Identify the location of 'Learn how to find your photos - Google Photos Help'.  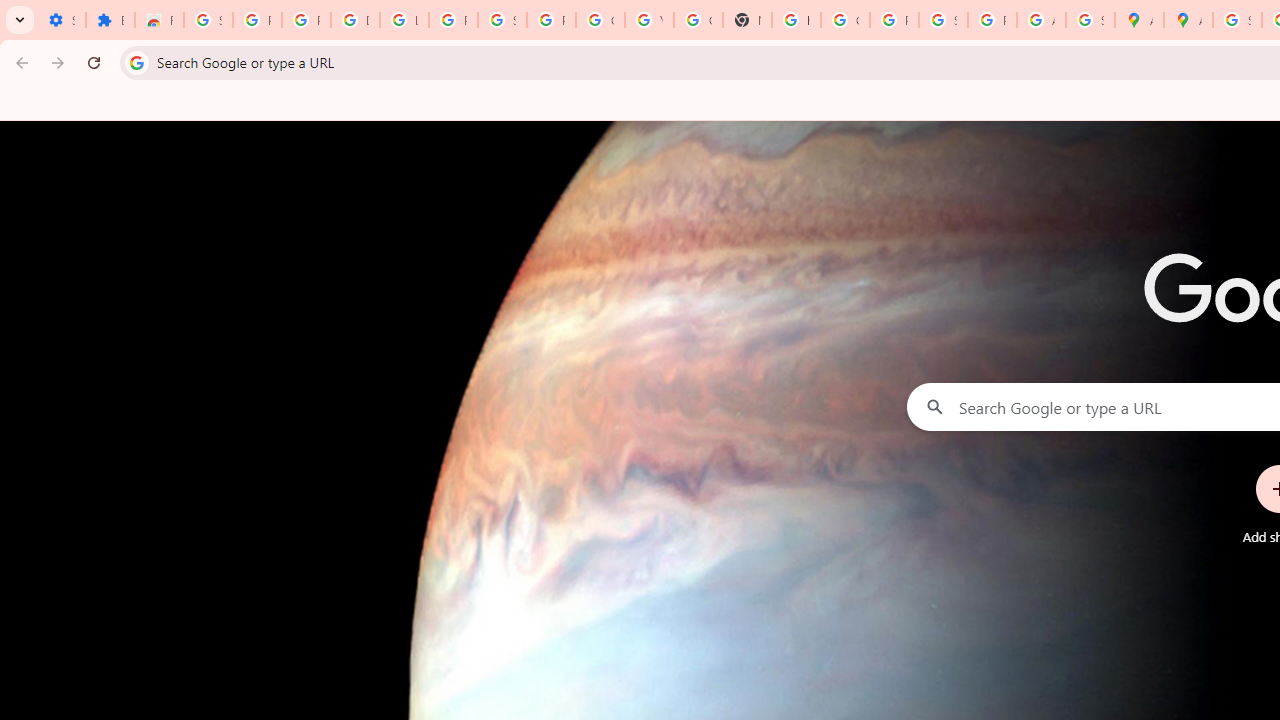
(403, 20).